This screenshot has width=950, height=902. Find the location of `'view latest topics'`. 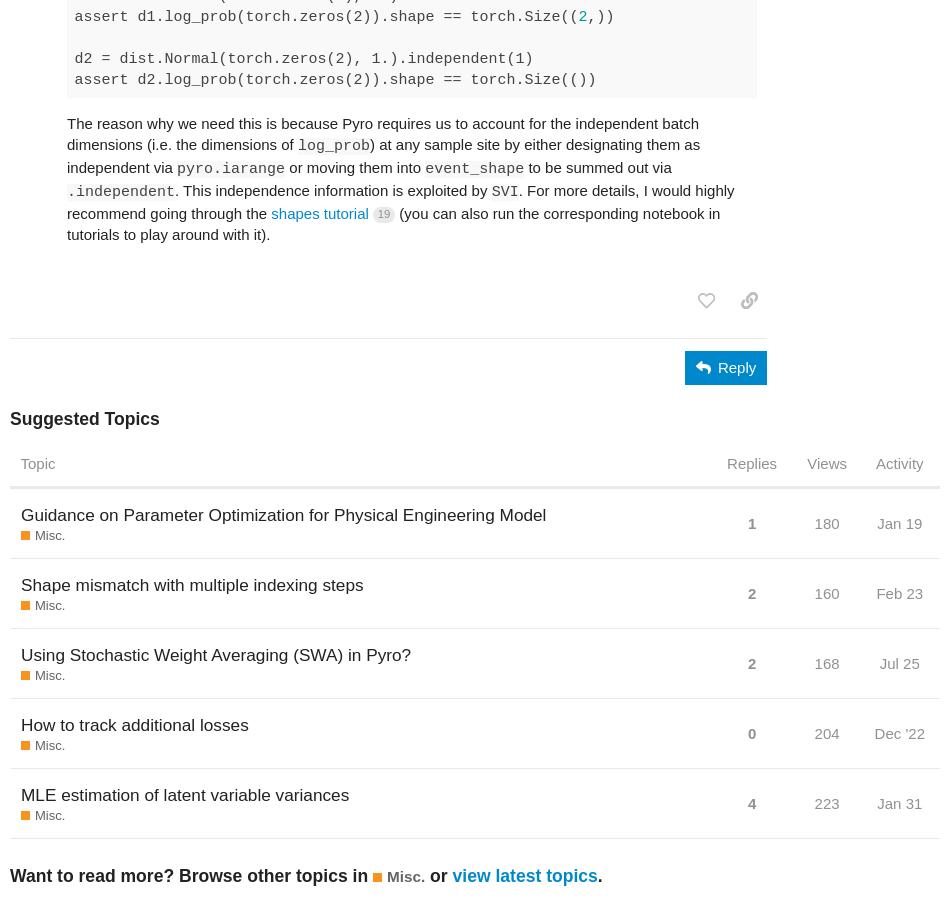

'view latest topics' is located at coordinates (524, 876).